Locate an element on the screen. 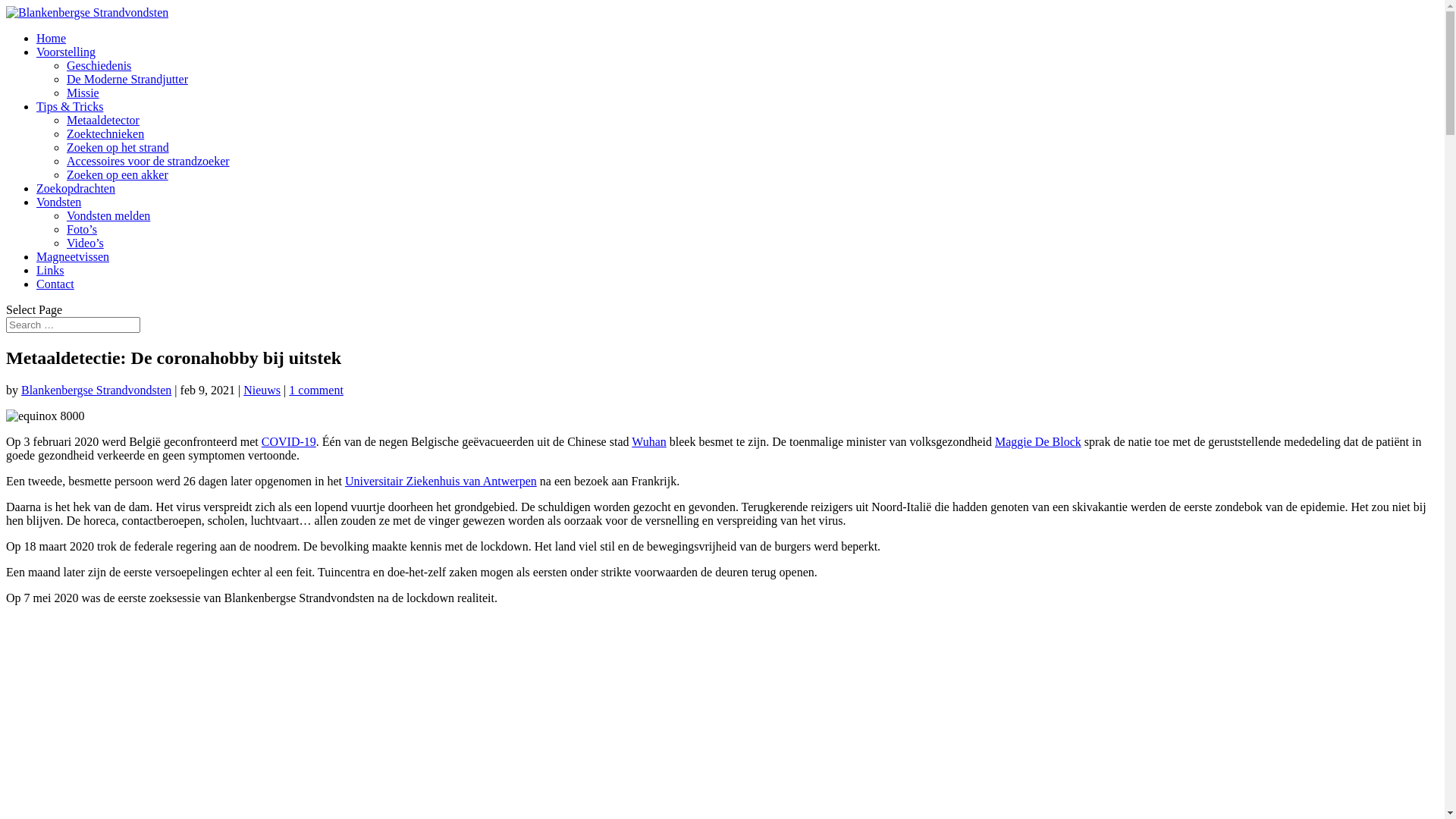  'Zoekopdrachten' is located at coordinates (75, 187).